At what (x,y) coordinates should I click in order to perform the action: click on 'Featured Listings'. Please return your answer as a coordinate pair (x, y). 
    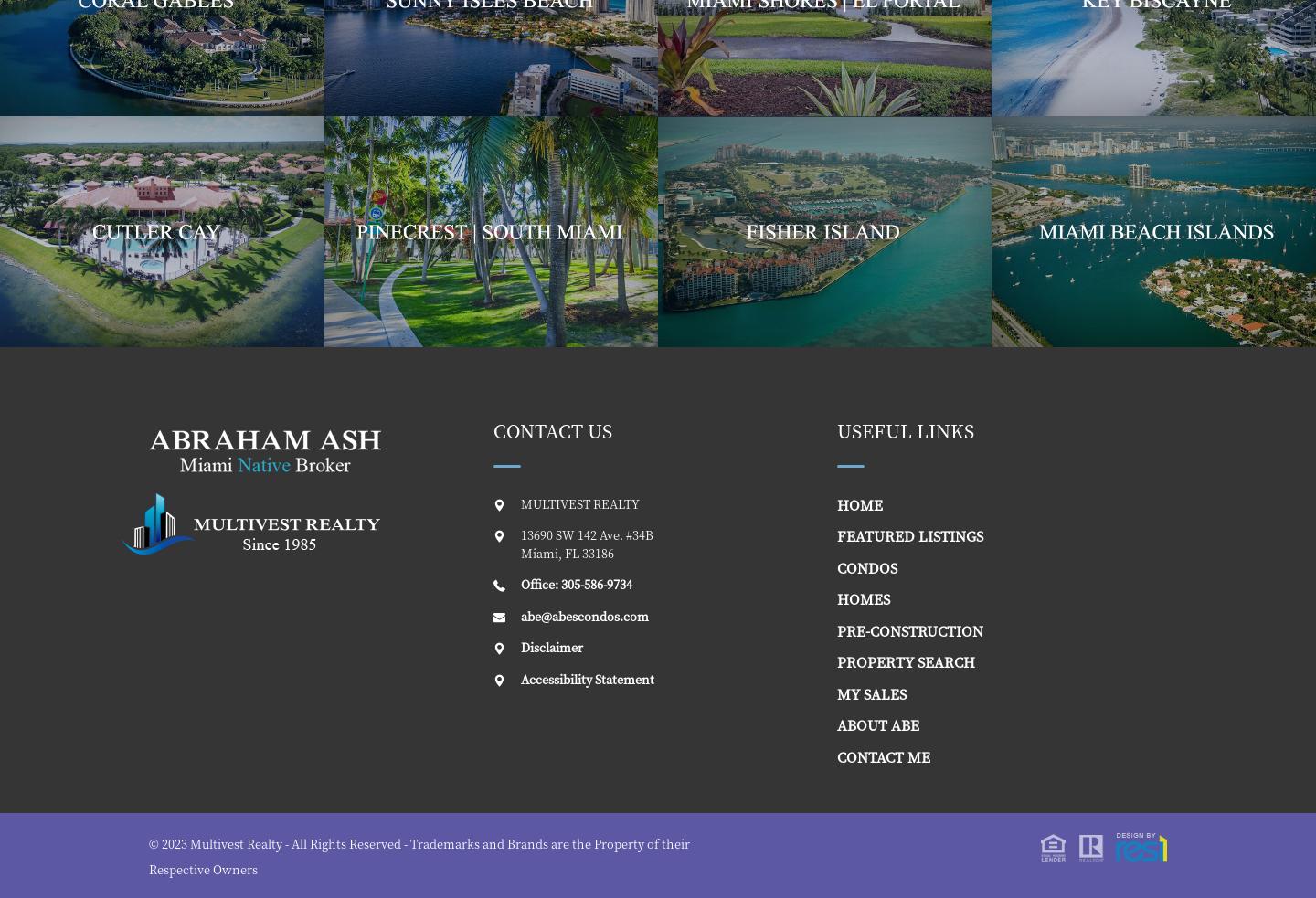
    Looking at the image, I should click on (909, 535).